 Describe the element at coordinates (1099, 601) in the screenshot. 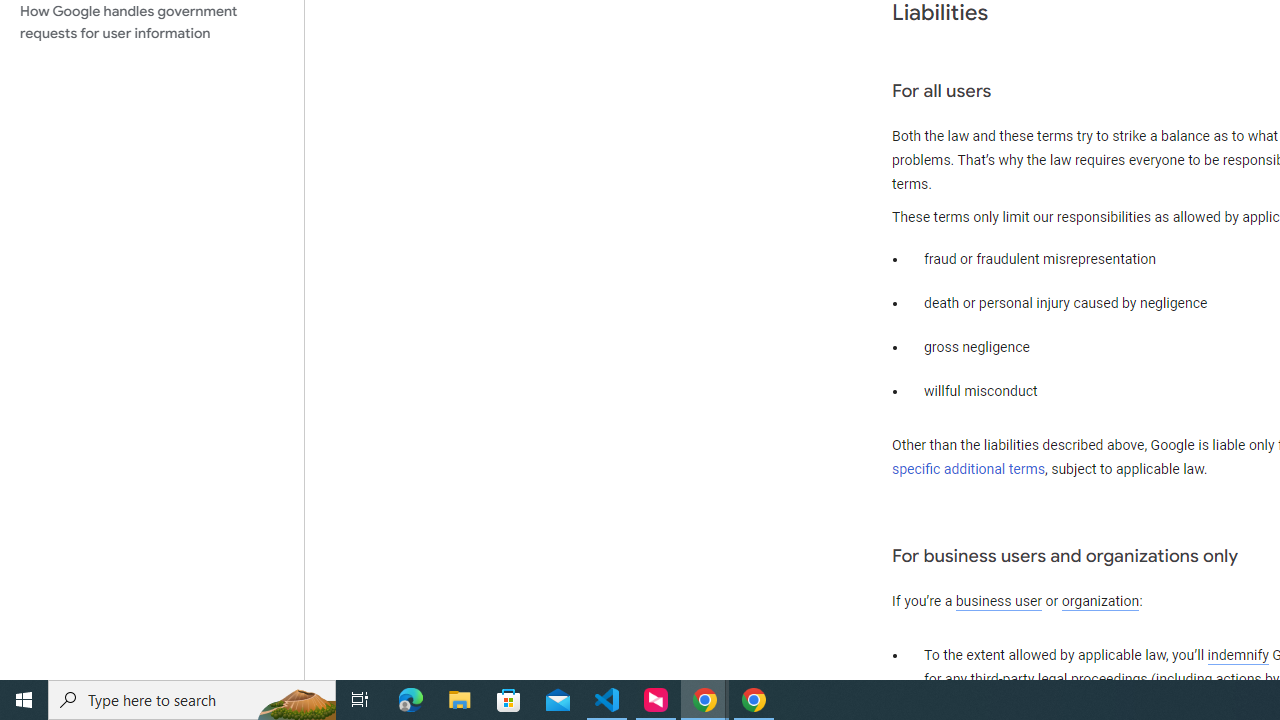

I see `'organization'` at that location.